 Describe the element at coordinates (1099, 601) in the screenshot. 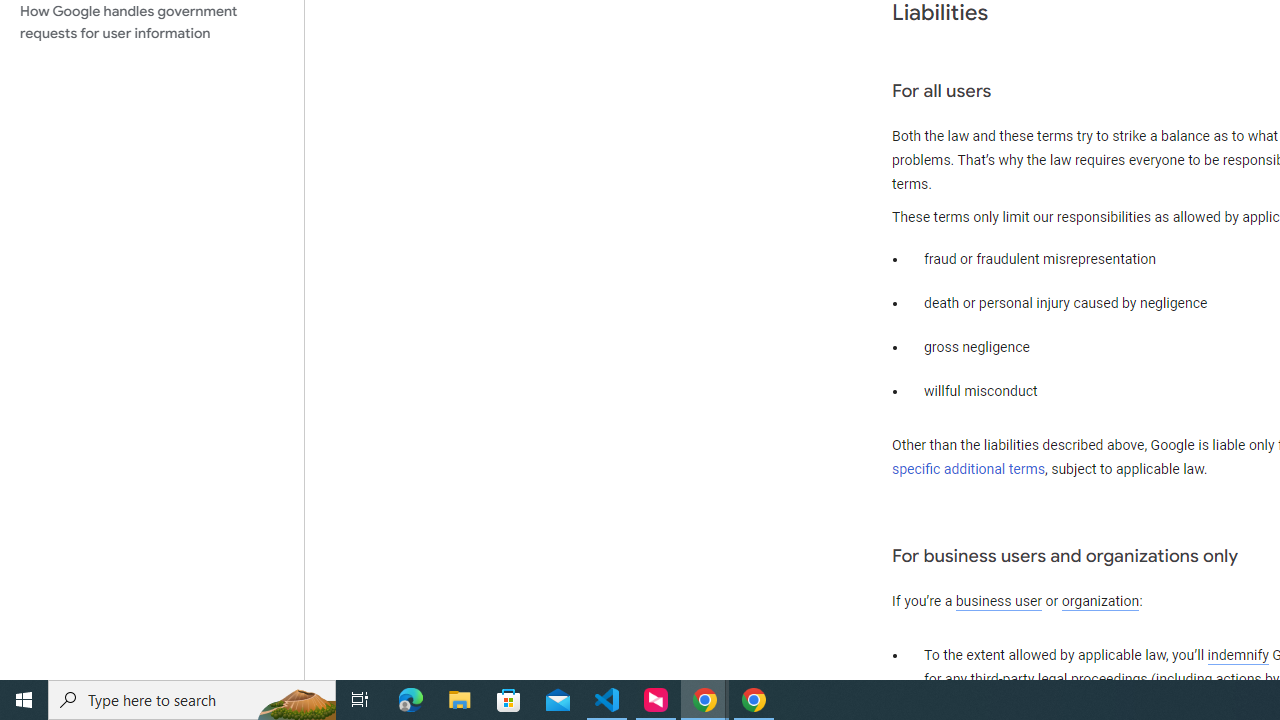

I see `'organization'` at that location.